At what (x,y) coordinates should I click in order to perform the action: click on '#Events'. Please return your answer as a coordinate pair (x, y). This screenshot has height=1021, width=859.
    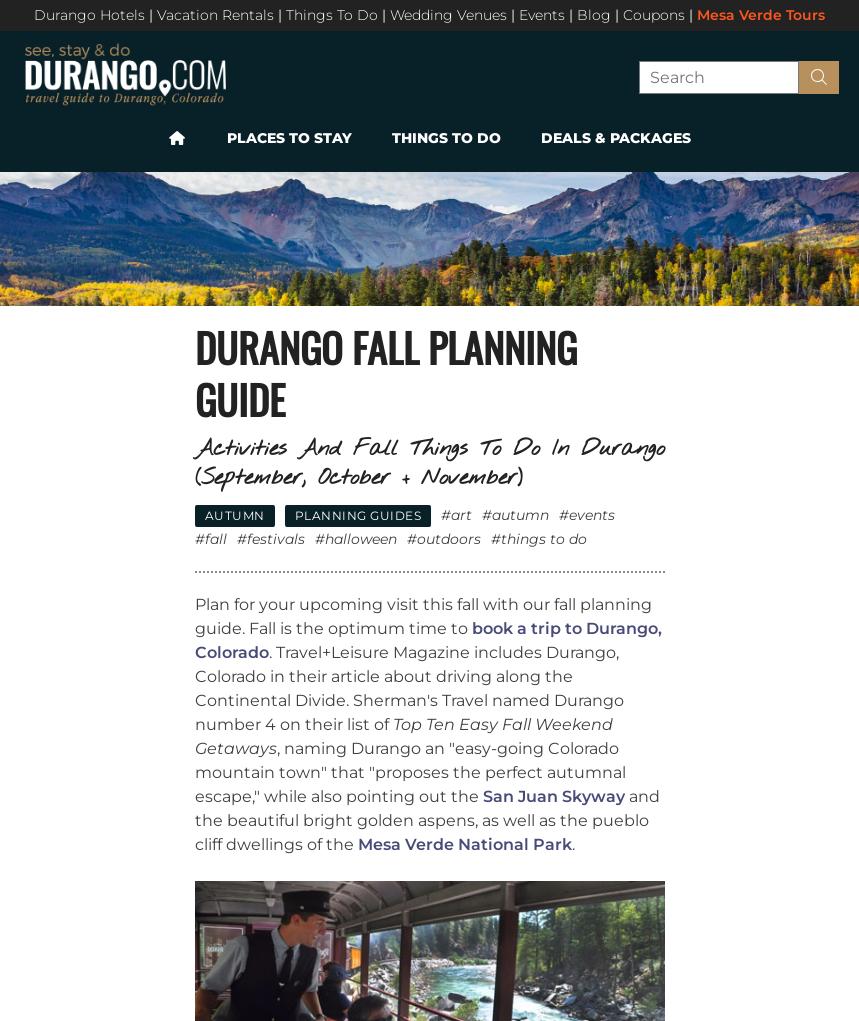
    Looking at the image, I should click on (587, 513).